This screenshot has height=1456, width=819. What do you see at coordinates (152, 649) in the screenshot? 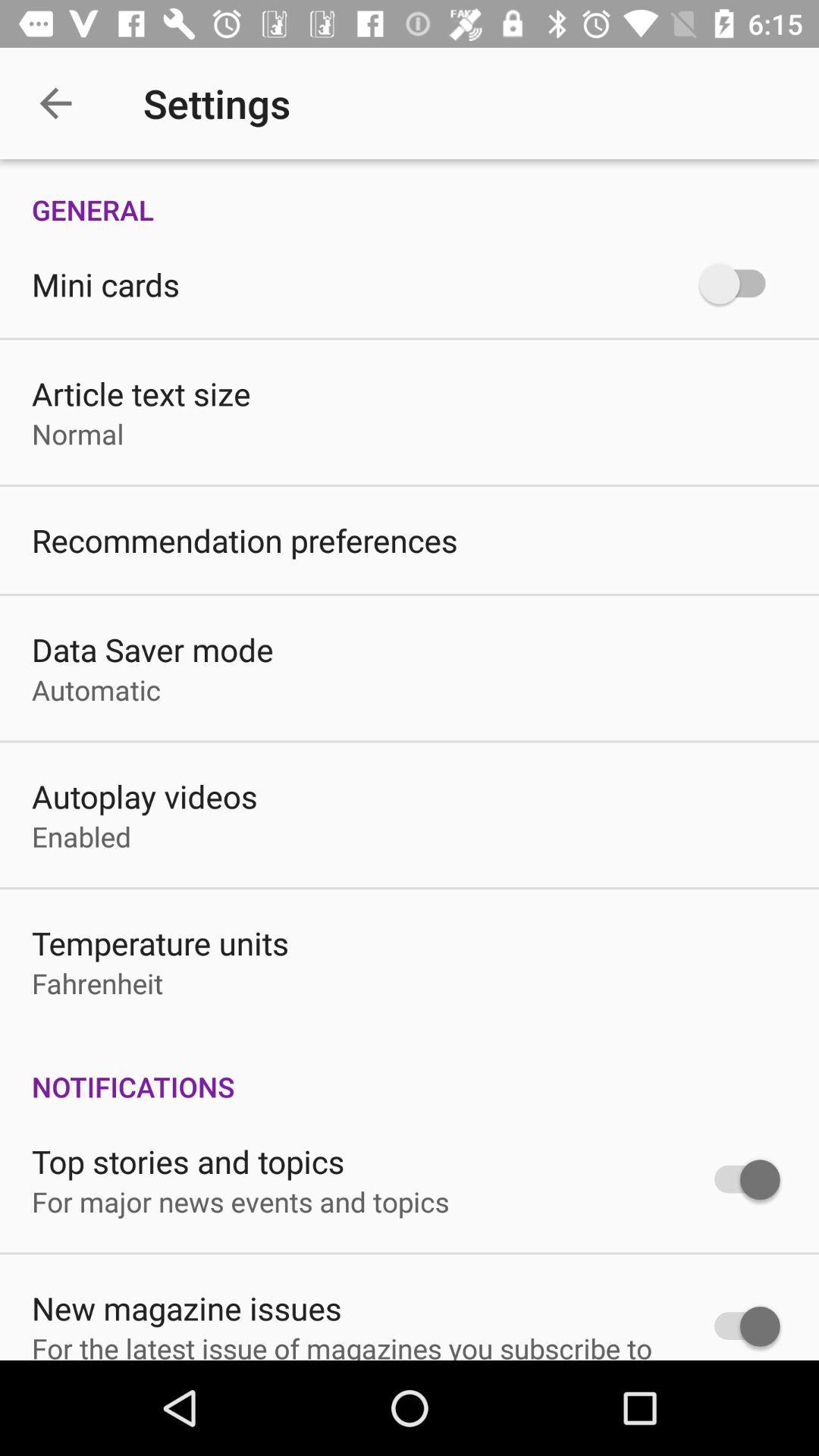
I see `item below the recommendation preferences icon` at bounding box center [152, 649].